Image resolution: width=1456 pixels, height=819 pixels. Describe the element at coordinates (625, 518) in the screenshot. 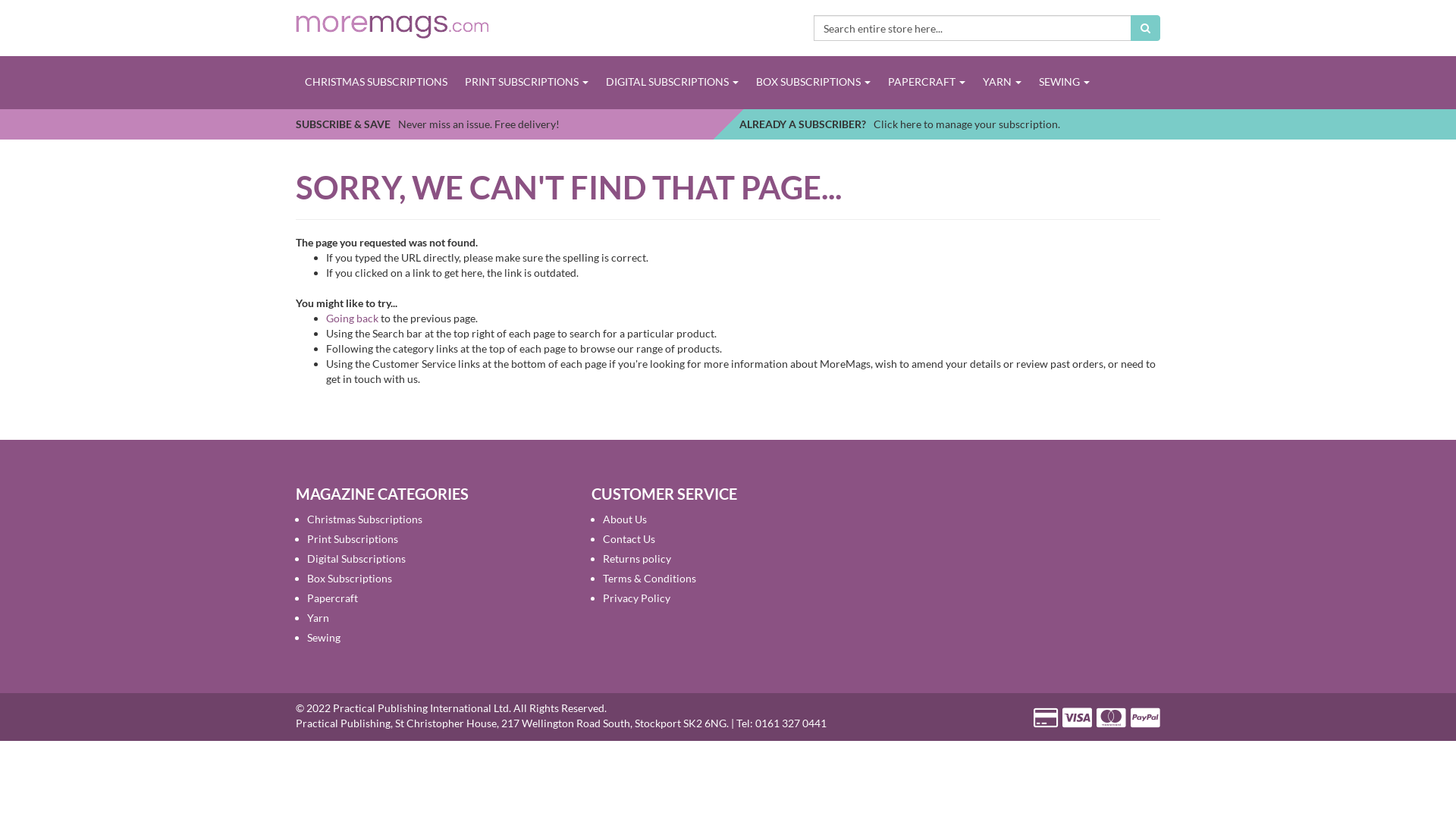

I see `'About Us'` at that location.